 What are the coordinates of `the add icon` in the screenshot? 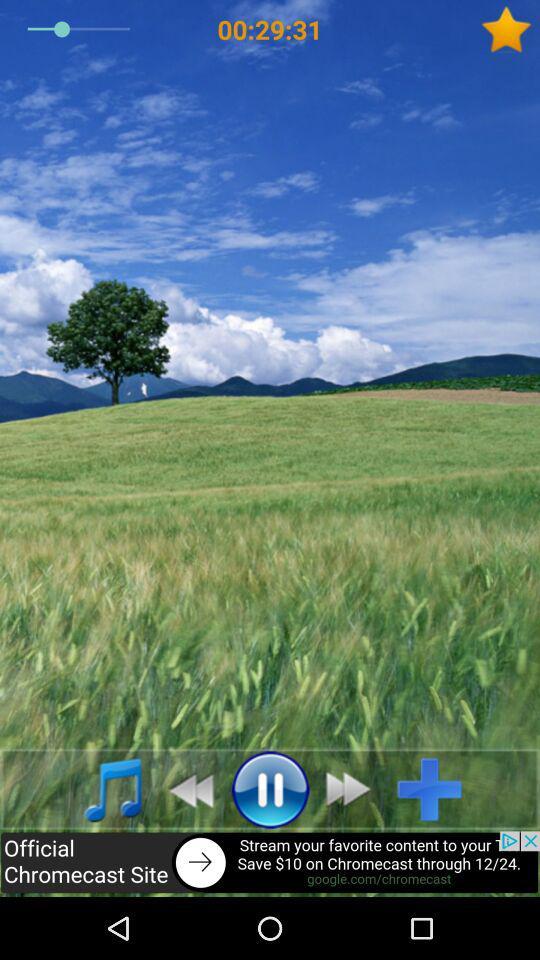 It's located at (436, 789).